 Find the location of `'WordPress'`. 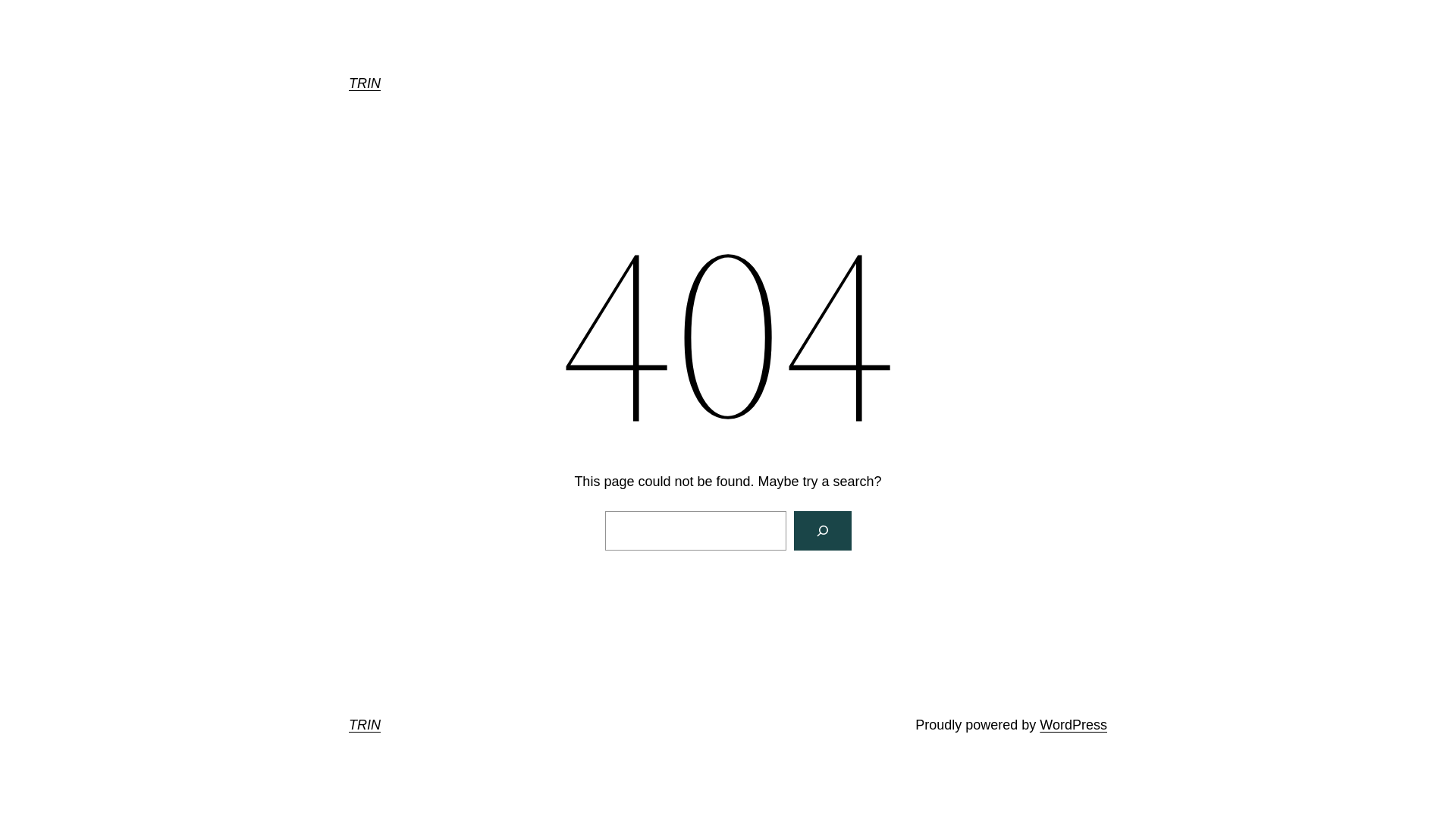

'WordPress' is located at coordinates (1072, 724).